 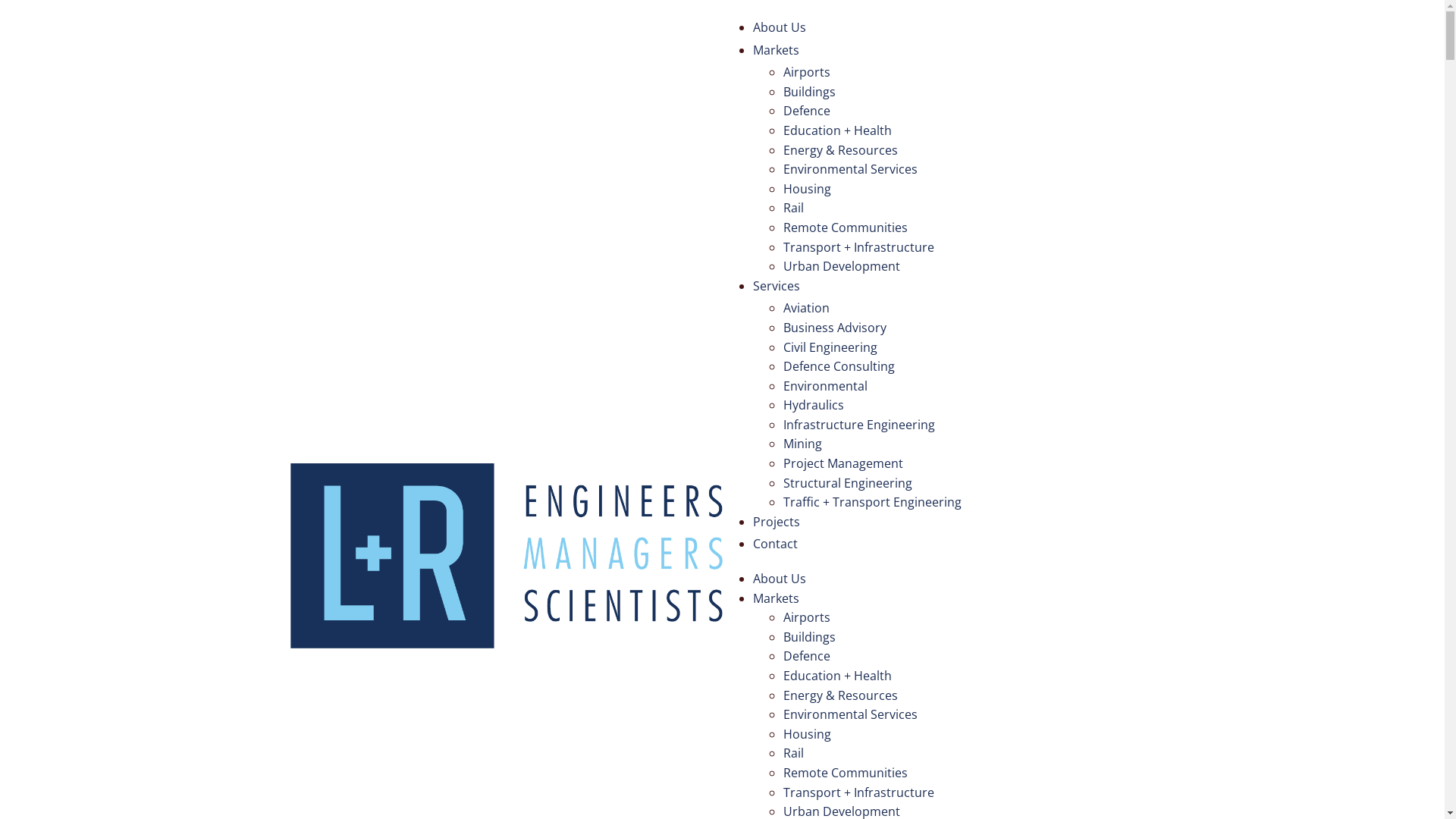 I want to click on 'Traffic + Transport Engineering', so click(x=871, y=502).